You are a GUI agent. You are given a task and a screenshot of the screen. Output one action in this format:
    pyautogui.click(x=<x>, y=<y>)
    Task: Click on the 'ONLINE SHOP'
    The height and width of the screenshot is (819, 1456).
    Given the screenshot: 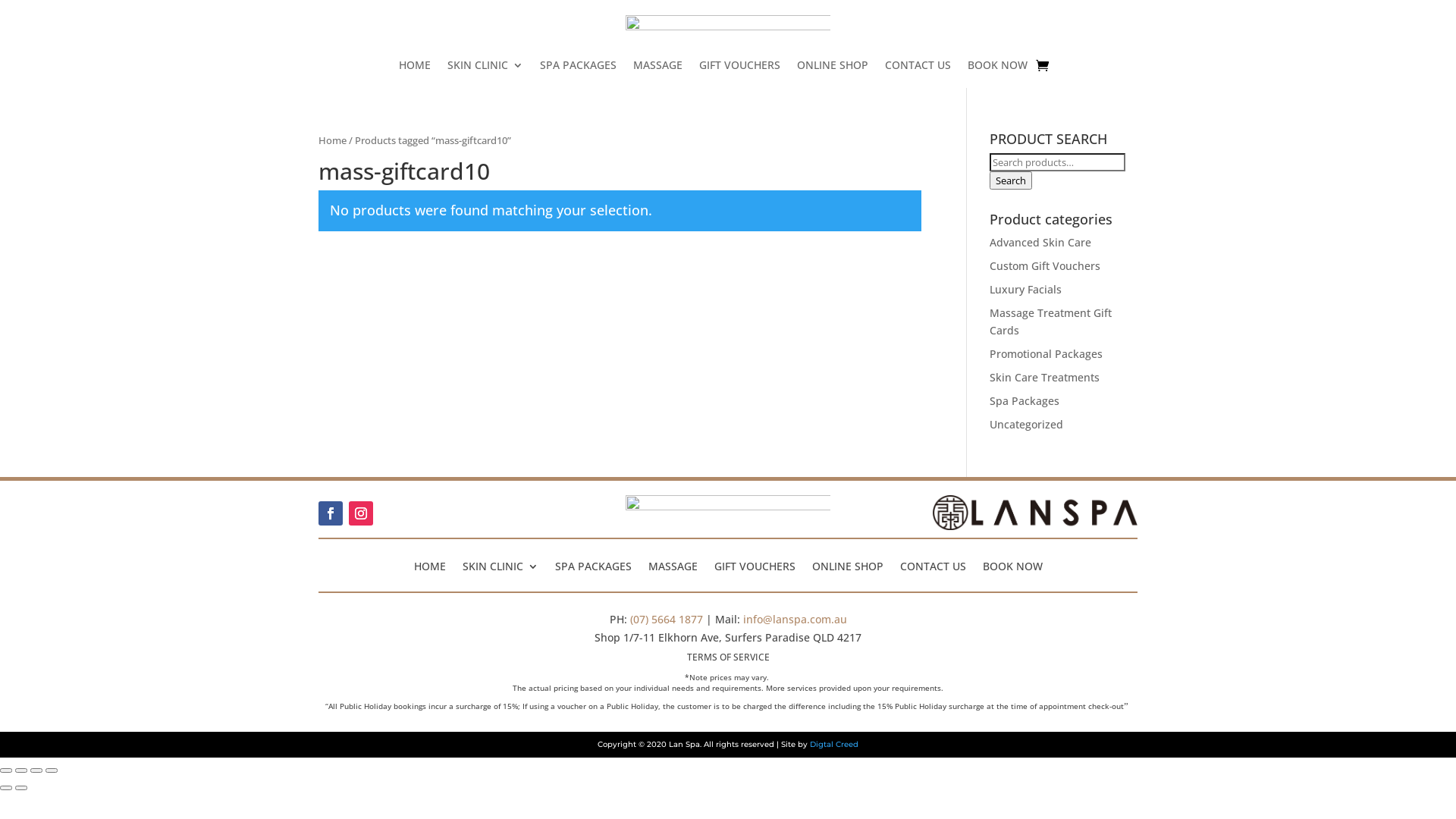 What is the action you would take?
    pyautogui.click(x=846, y=563)
    